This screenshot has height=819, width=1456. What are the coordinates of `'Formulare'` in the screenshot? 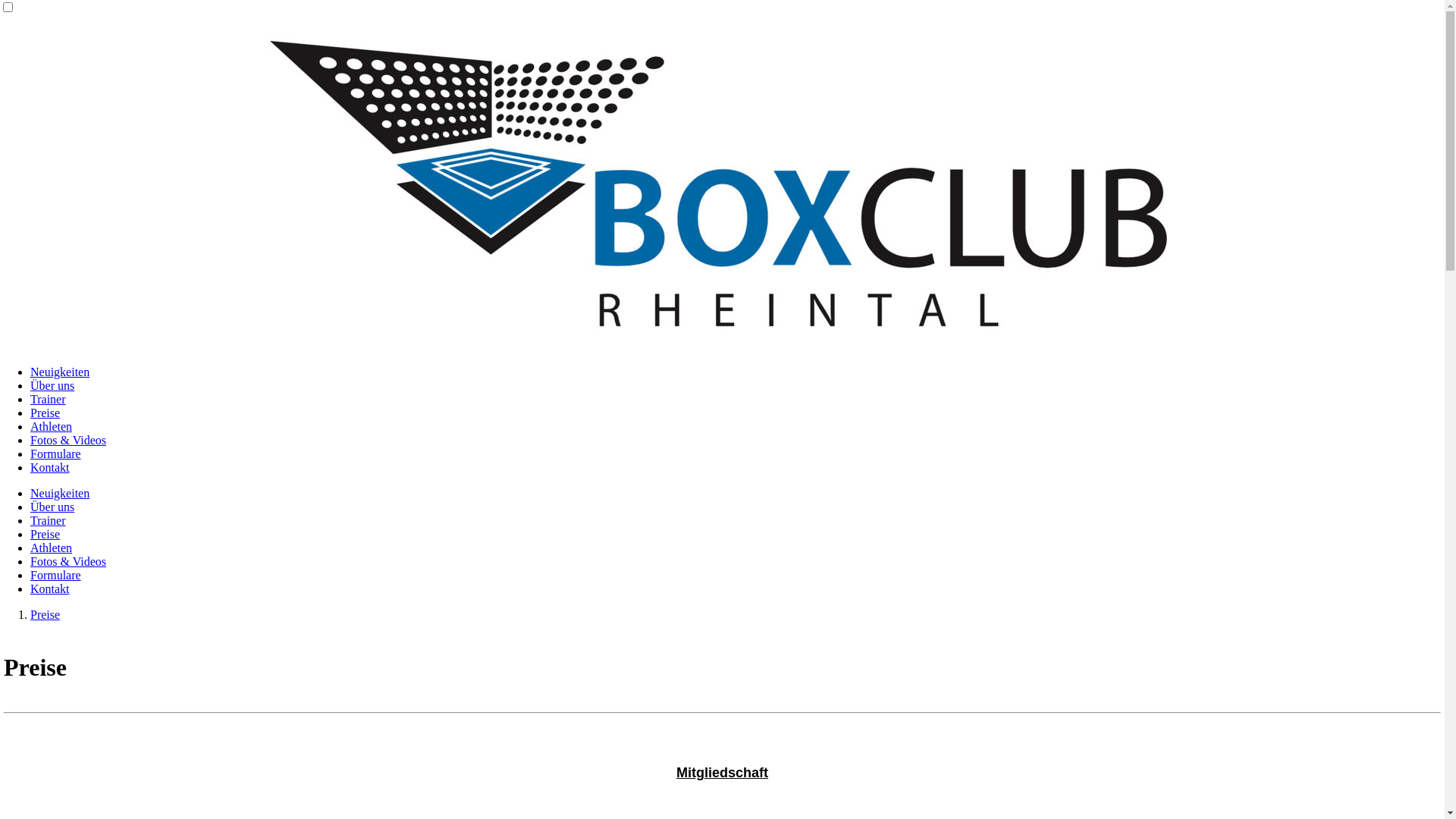 It's located at (30, 453).